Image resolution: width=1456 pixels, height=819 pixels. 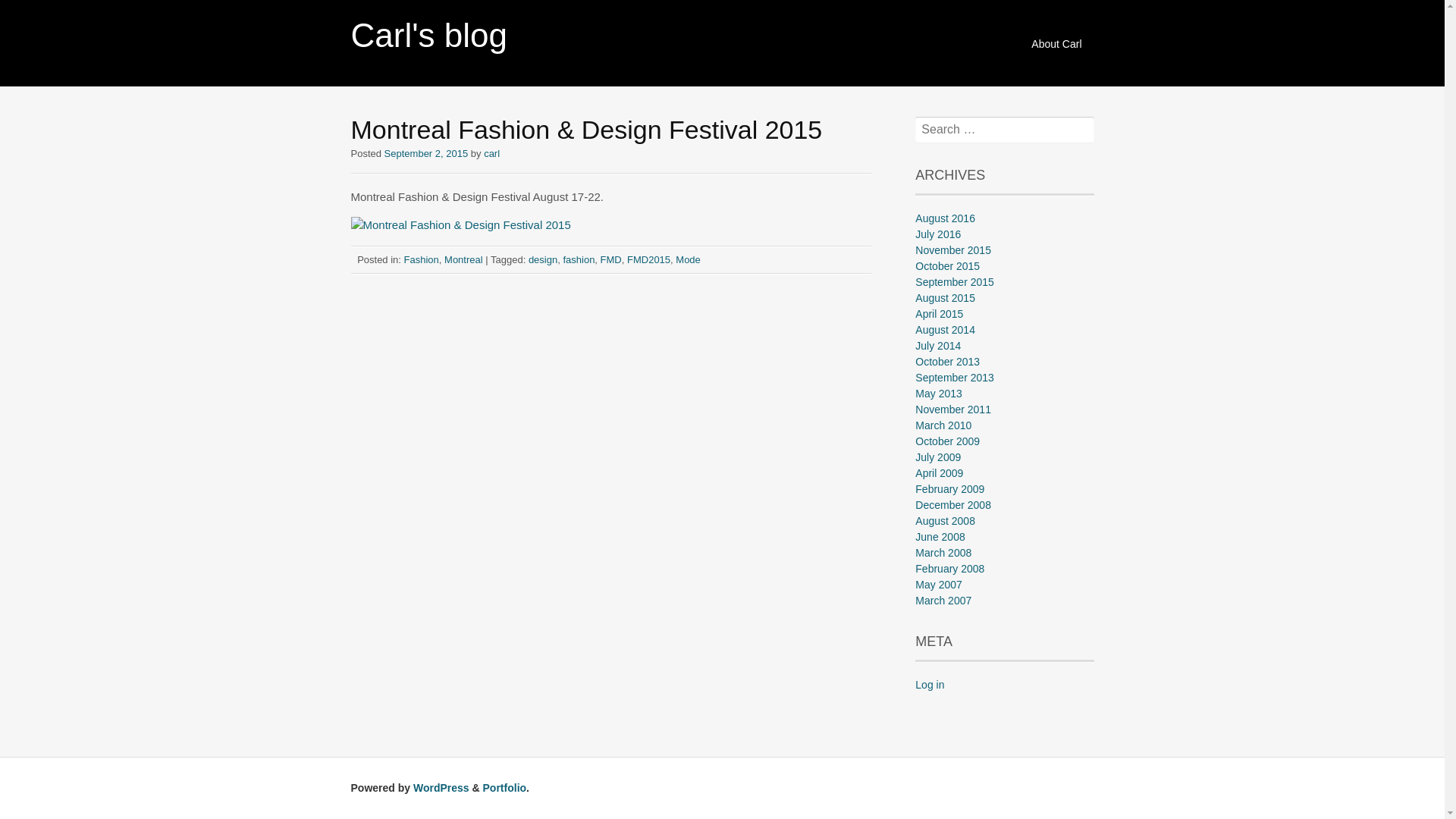 I want to click on 'February 2009', so click(x=949, y=488).